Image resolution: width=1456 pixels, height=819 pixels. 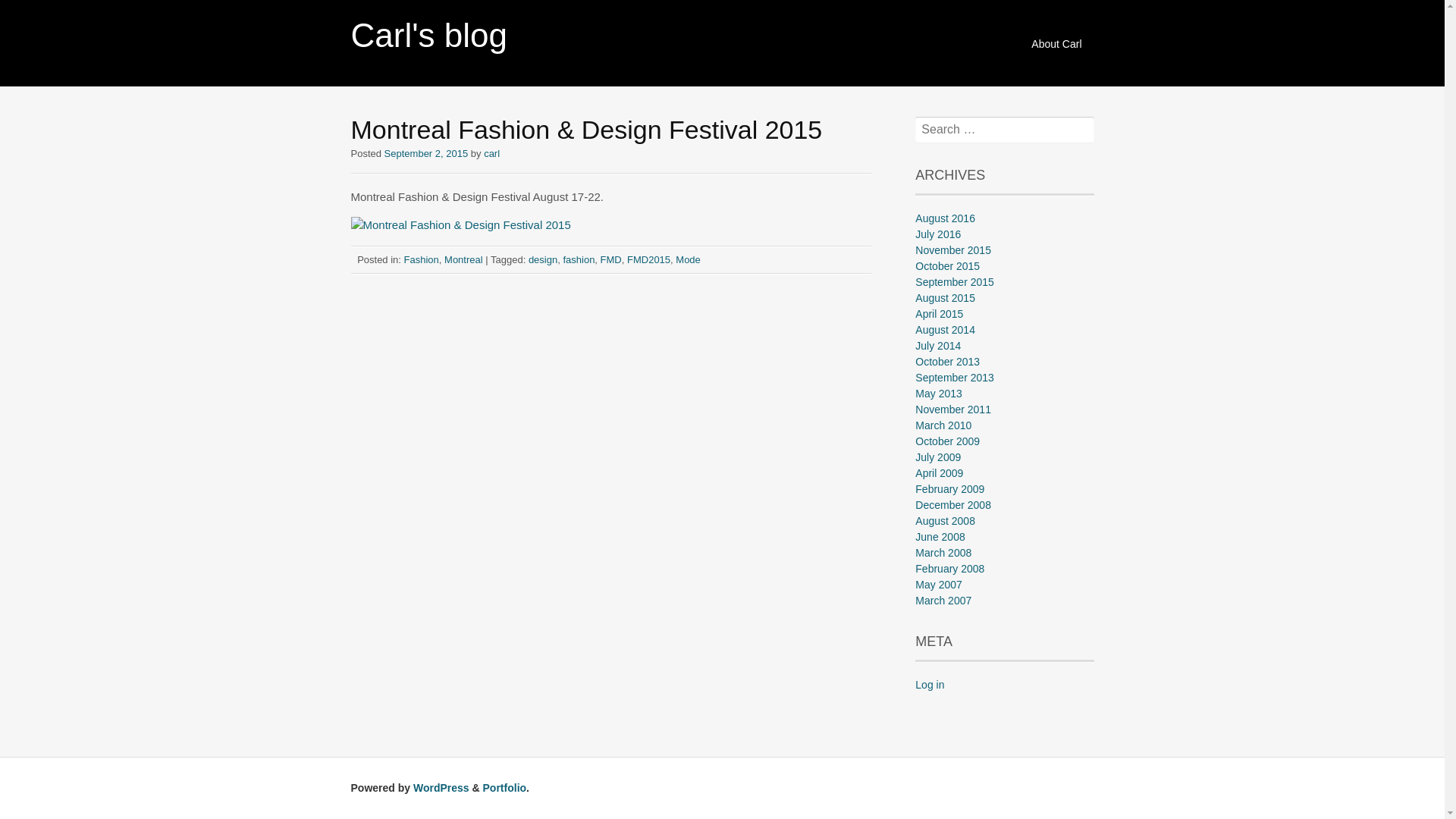 I want to click on 'February 2009', so click(x=949, y=488).